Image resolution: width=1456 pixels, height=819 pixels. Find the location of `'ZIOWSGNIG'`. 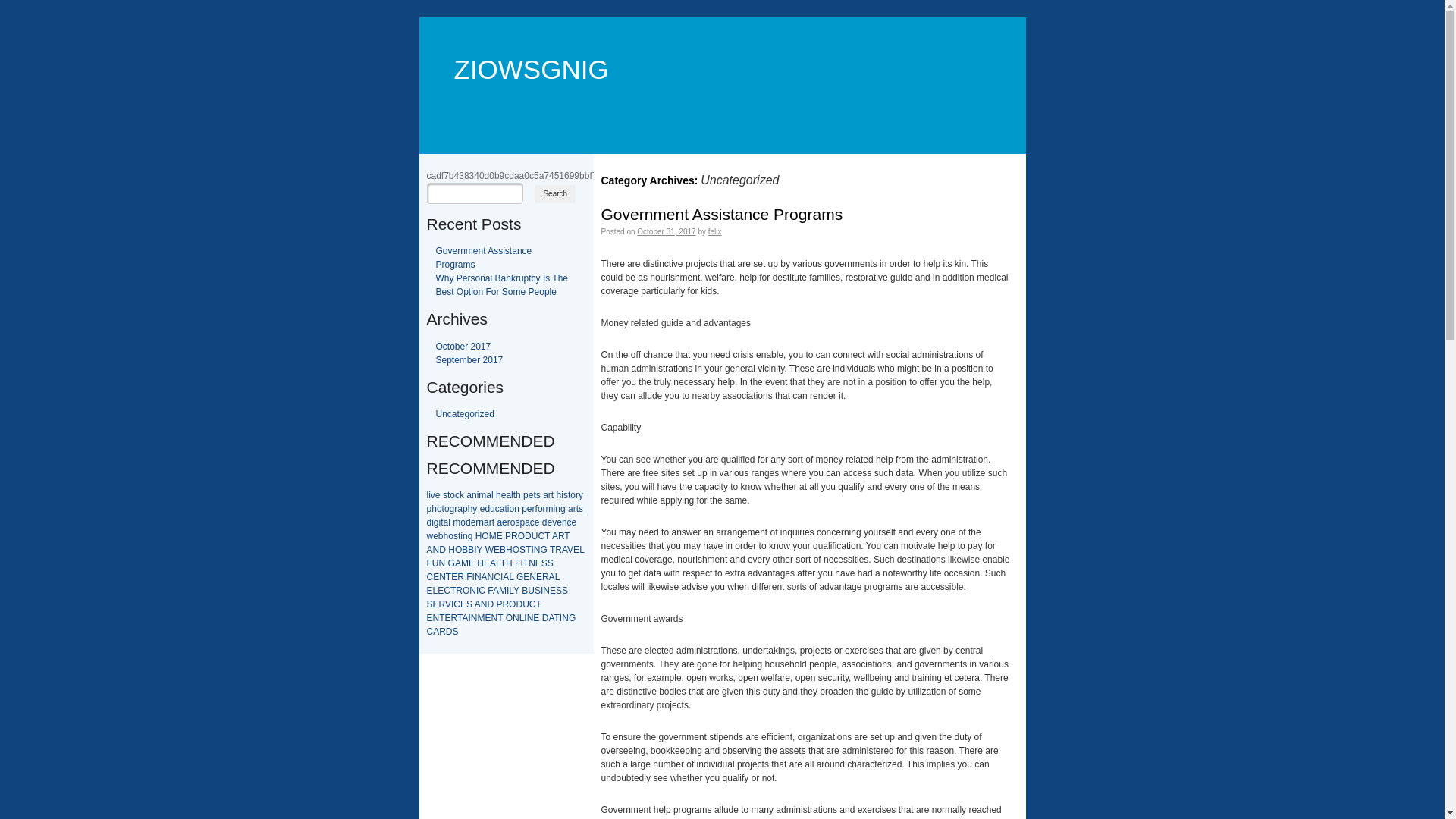

'ZIOWSGNIG' is located at coordinates (522, 45).